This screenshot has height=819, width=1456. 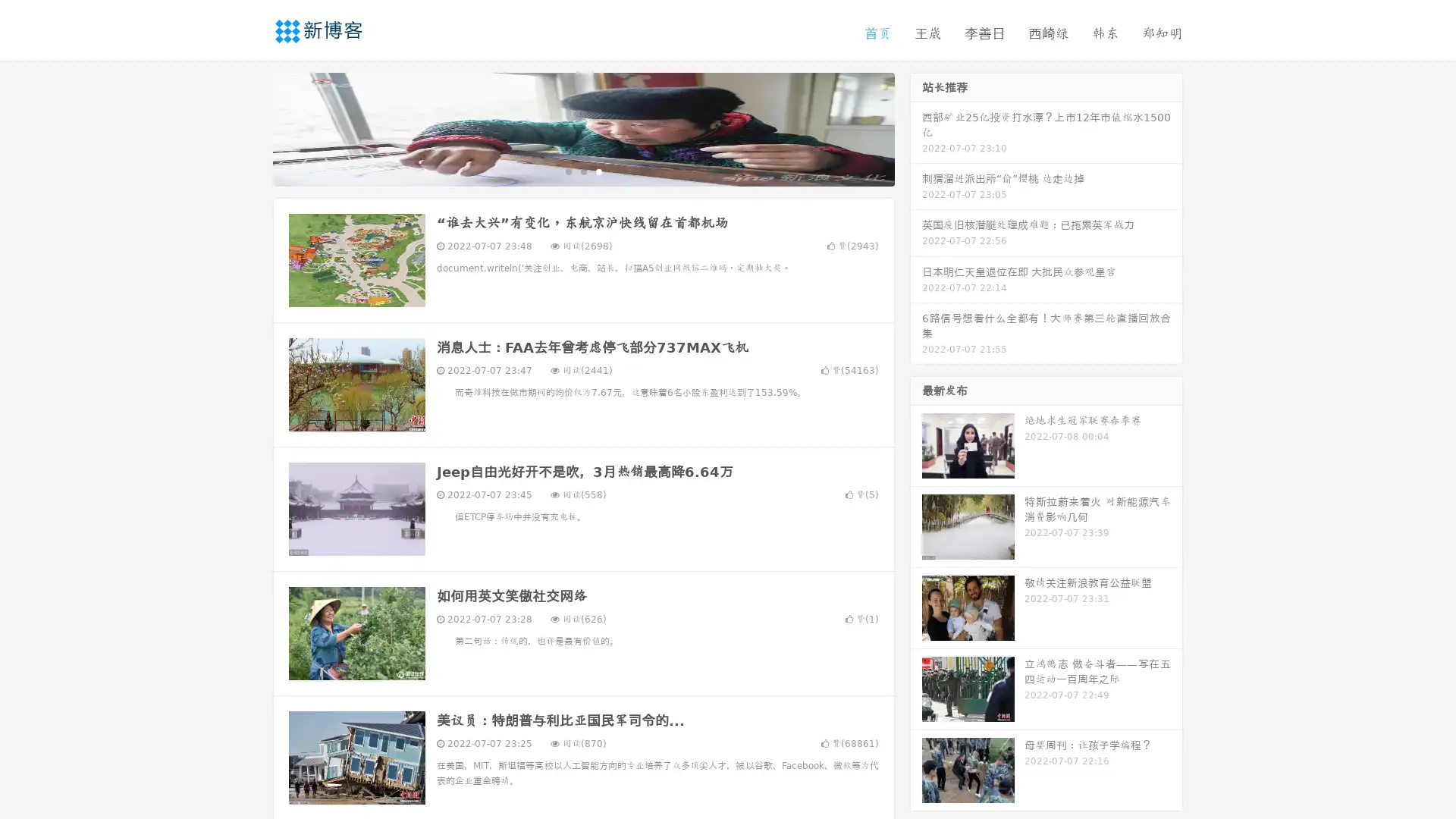 I want to click on Go to slide 3, so click(x=598, y=171).